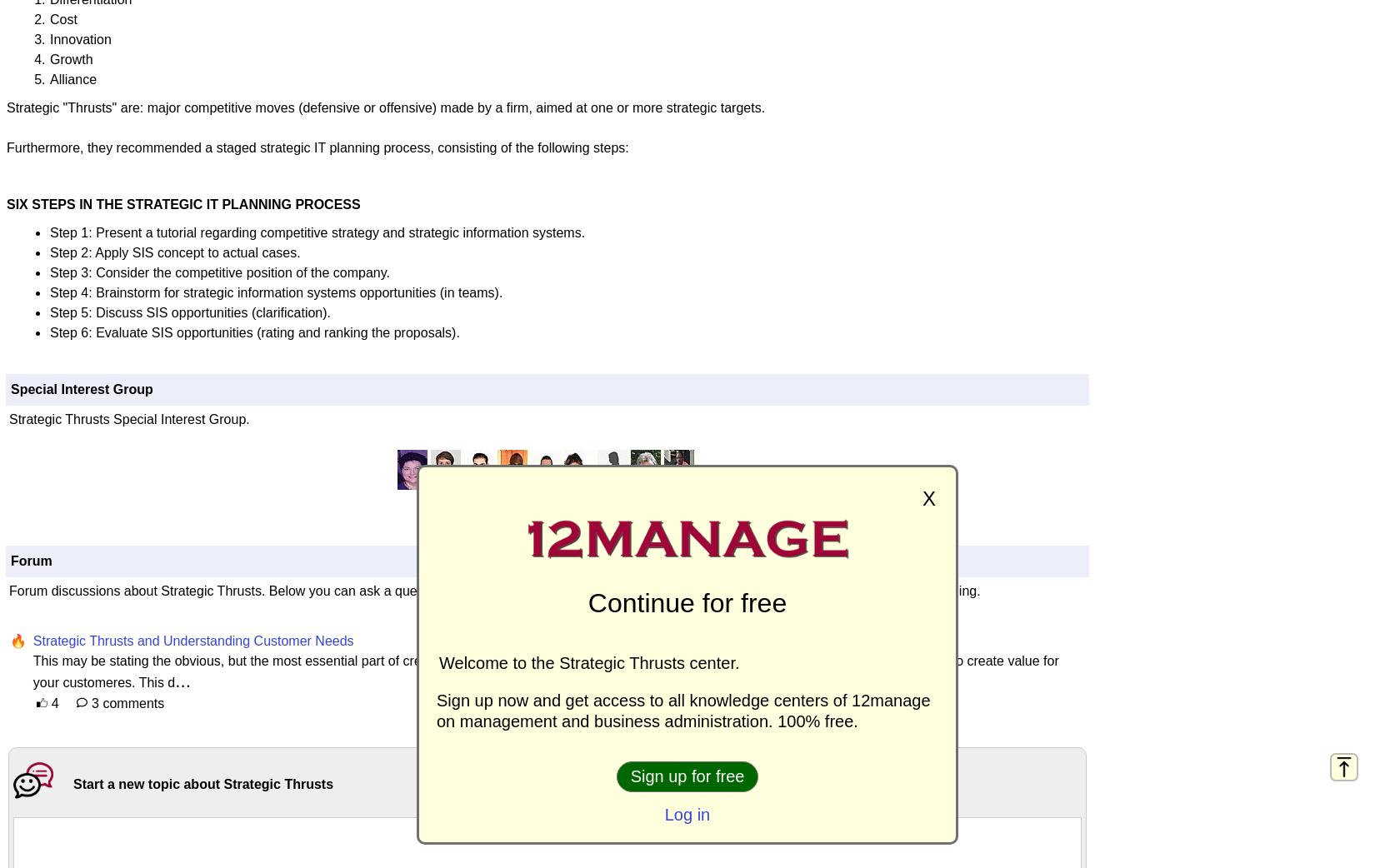 The height and width of the screenshot is (868, 1375). Describe the element at coordinates (682, 711) in the screenshot. I see `'Sign up now and get access to all knowledge centers of 12manage on management and business administration. 100% free.'` at that location.